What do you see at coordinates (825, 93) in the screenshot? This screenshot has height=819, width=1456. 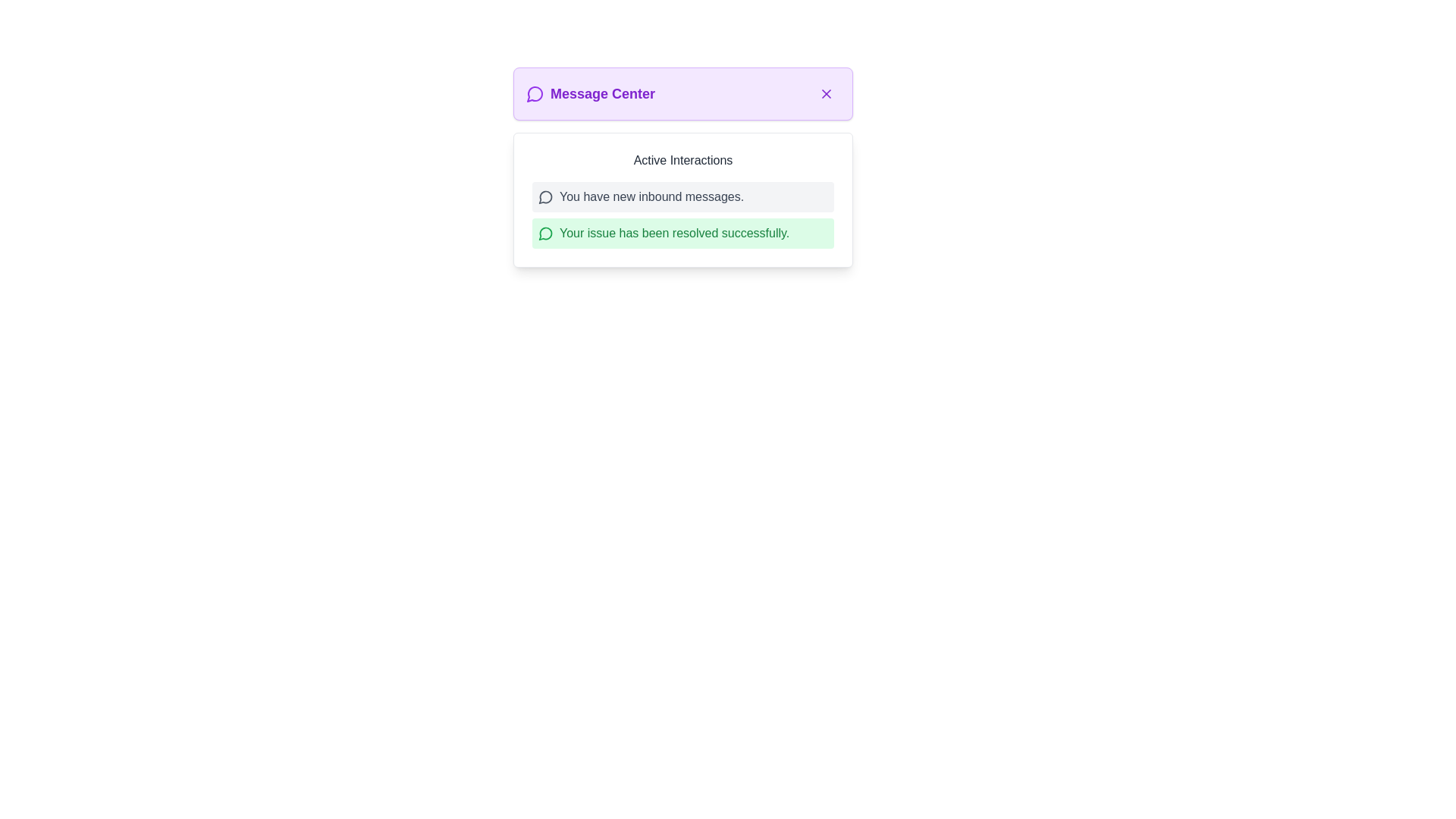 I see `the circular button with a purple cross icon located at the top-right corner of the 'Message Center' panel` at bounding box center [825, 93].